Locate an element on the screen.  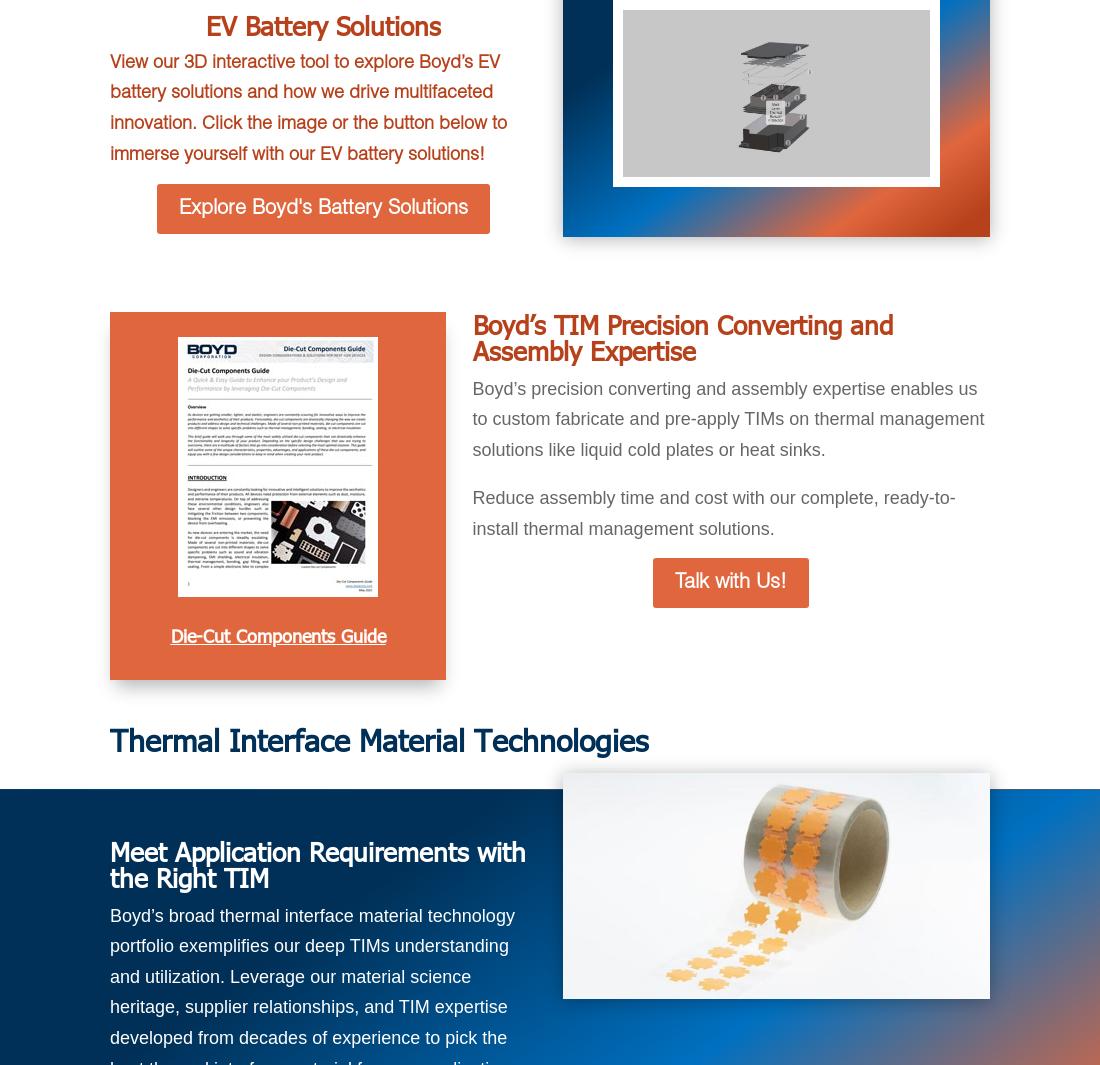
'Thermal Interface Material Technologies' is located at coordinates (378, 738).